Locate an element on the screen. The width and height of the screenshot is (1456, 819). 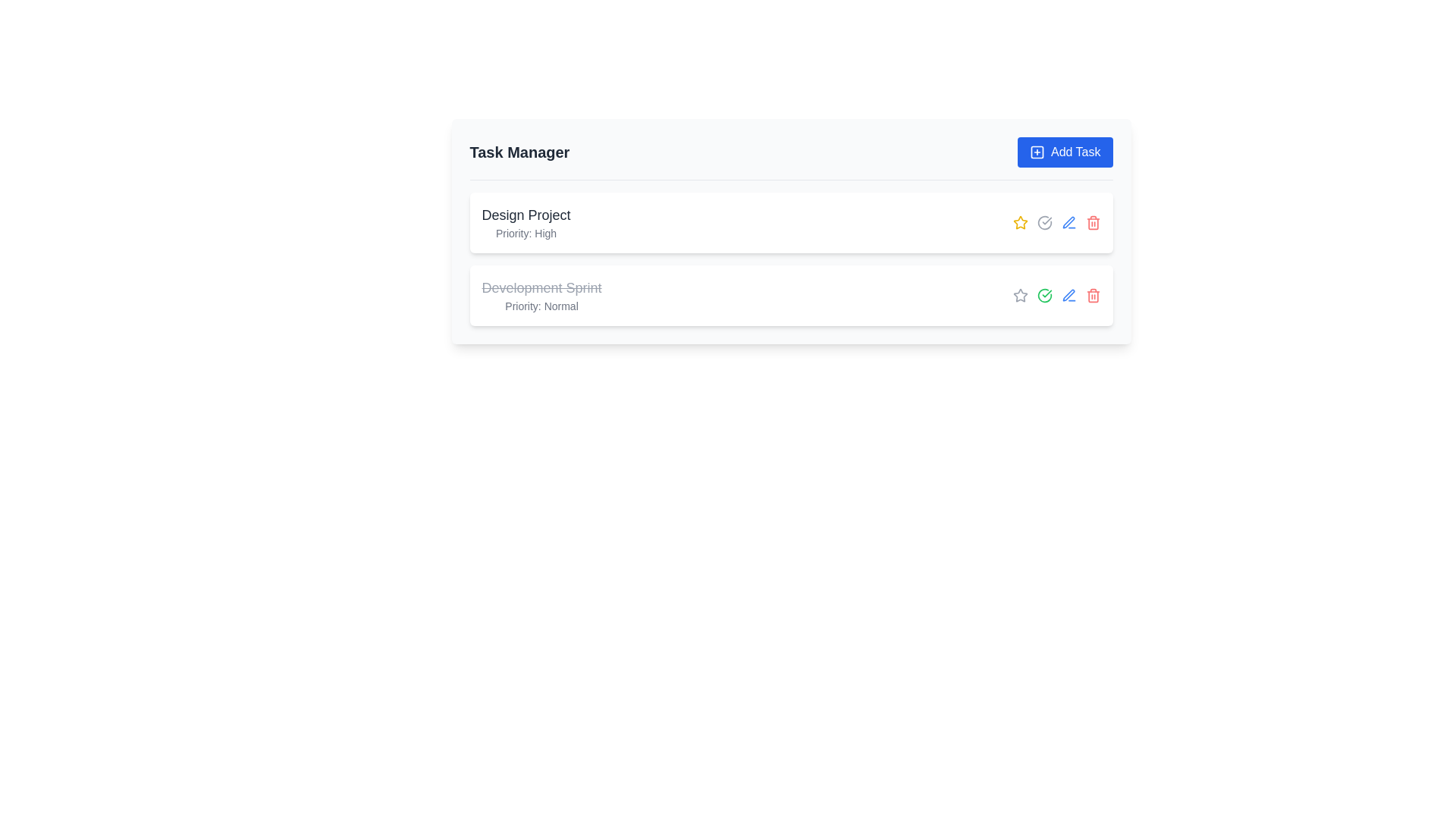
the 'Add Task' button, which is a bright blue rectangular button with a plus sign icon and the text 'Add Task', located at the top-right corner of the 'Task Manager' section is located at coordinates (1064, 152).